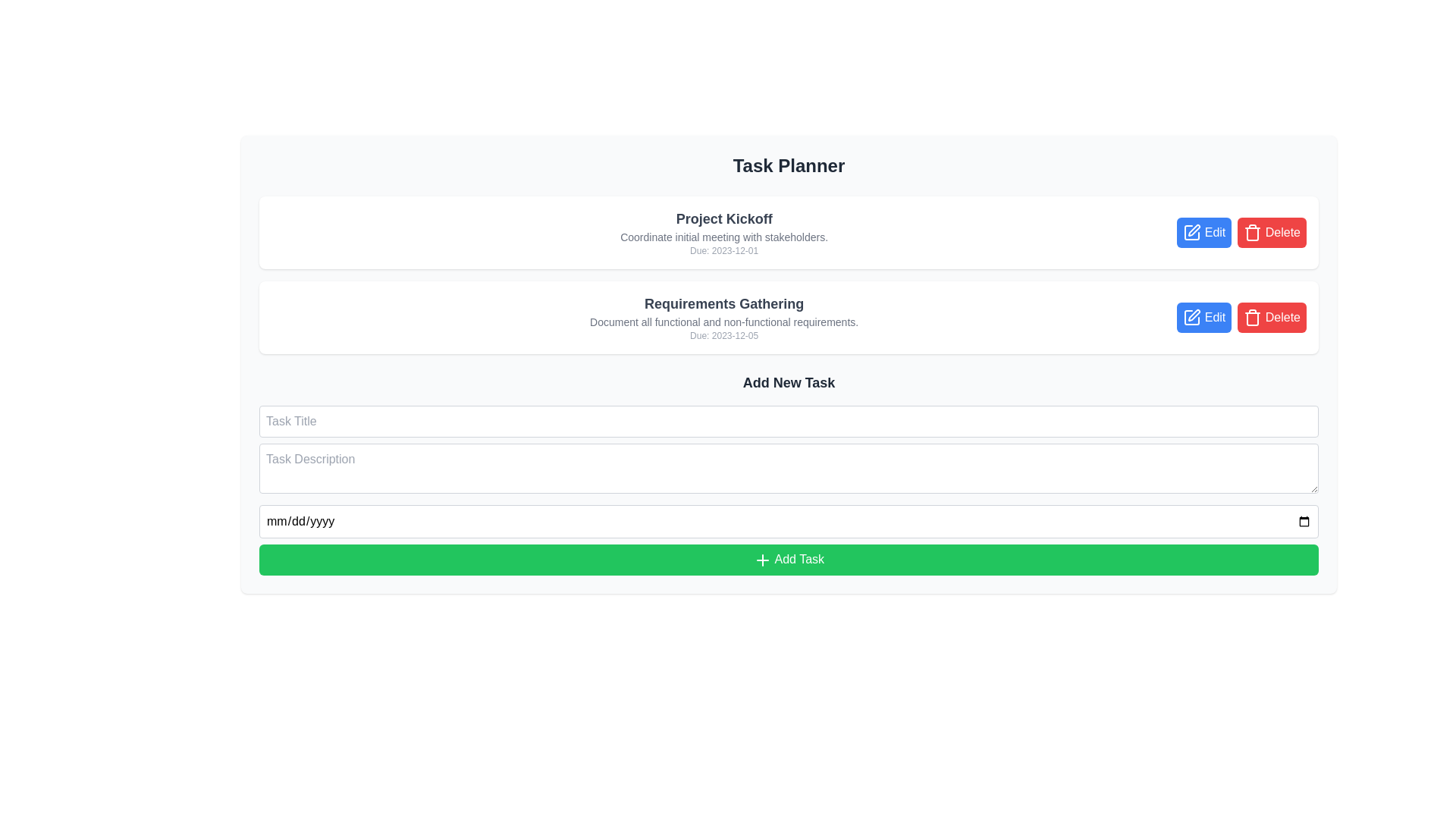 This screenshot has height=819, width=1456. What do you see at coordinates (723, 321) in the screenshot?
I see `the text display element that contains the text 'Document all functional and non-functional requirements.' which is located below the title 'Requirements Gathering' and above the due date 'Due: 2023-12-05'` at bounding box center [723, 321].